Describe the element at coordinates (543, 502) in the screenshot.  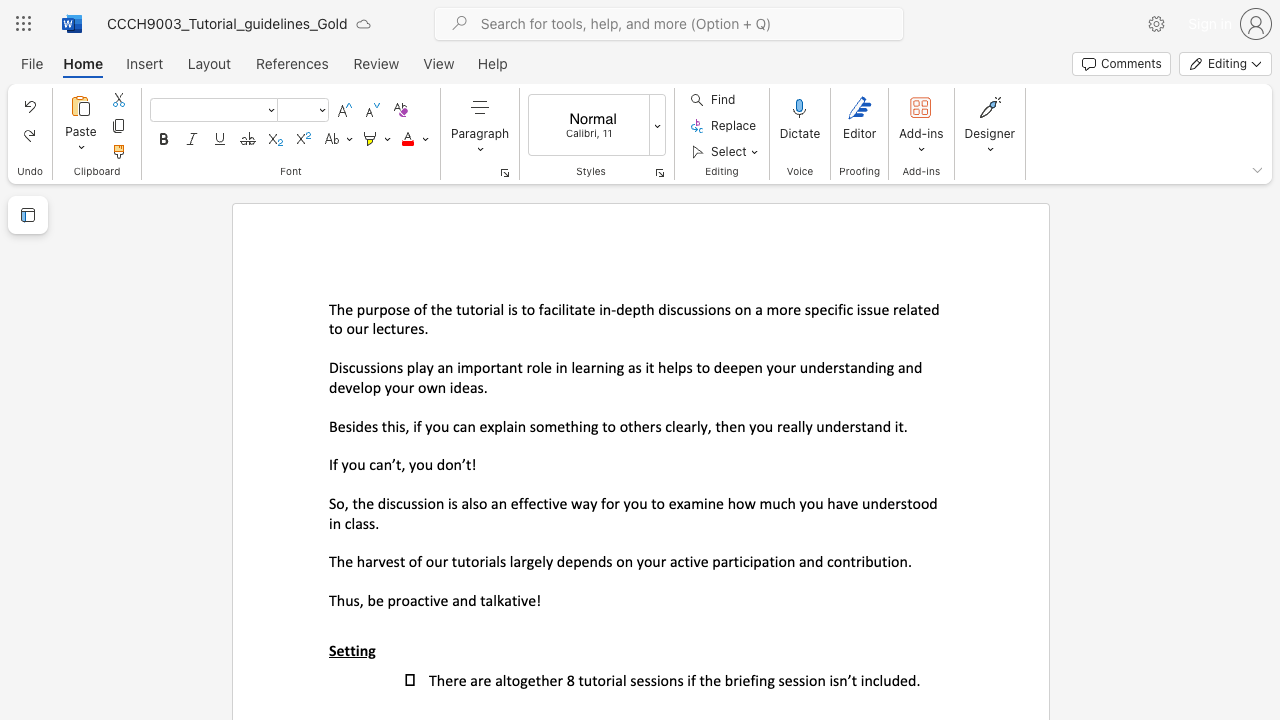
I see `the subset text "tive way for you to examine" within the text "So, the discussion is also an effective way for you to examine how much you have understood in class."` at that location.